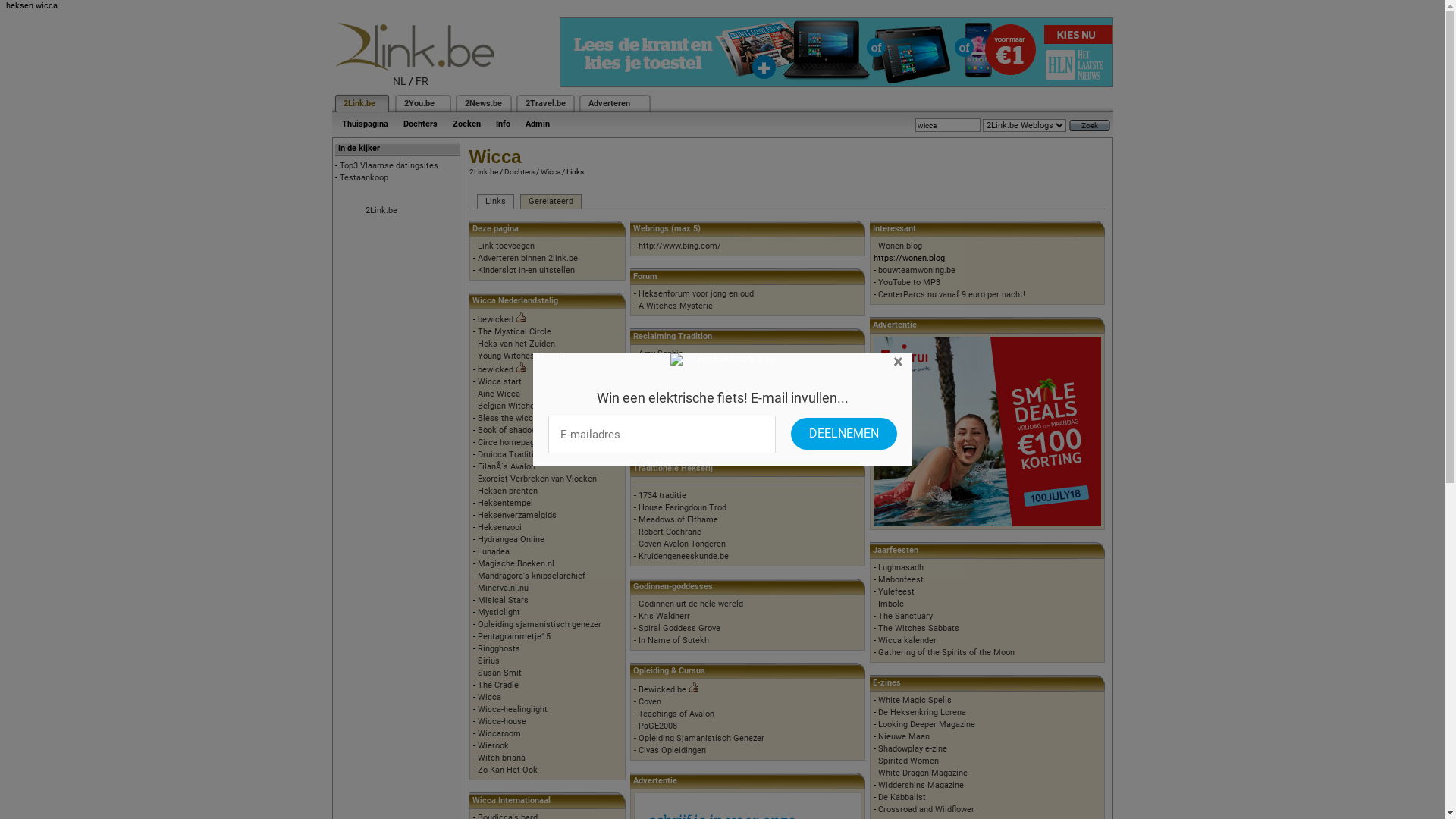  I want to click on 'Teachings of Avalon', so click(638, 714).